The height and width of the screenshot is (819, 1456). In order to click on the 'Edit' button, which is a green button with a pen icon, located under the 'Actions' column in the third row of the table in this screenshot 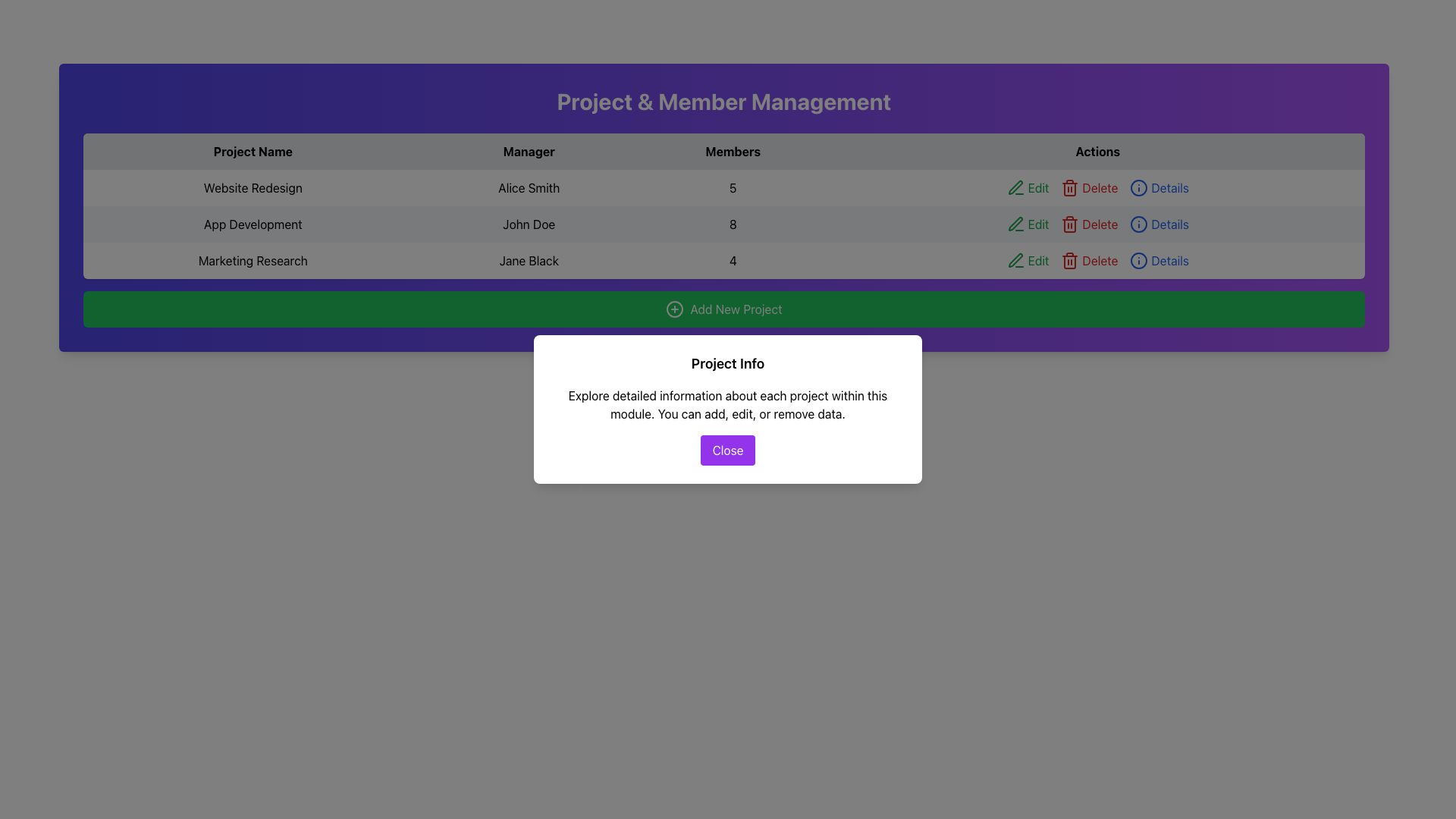, I will do `click(1028, 259)`.